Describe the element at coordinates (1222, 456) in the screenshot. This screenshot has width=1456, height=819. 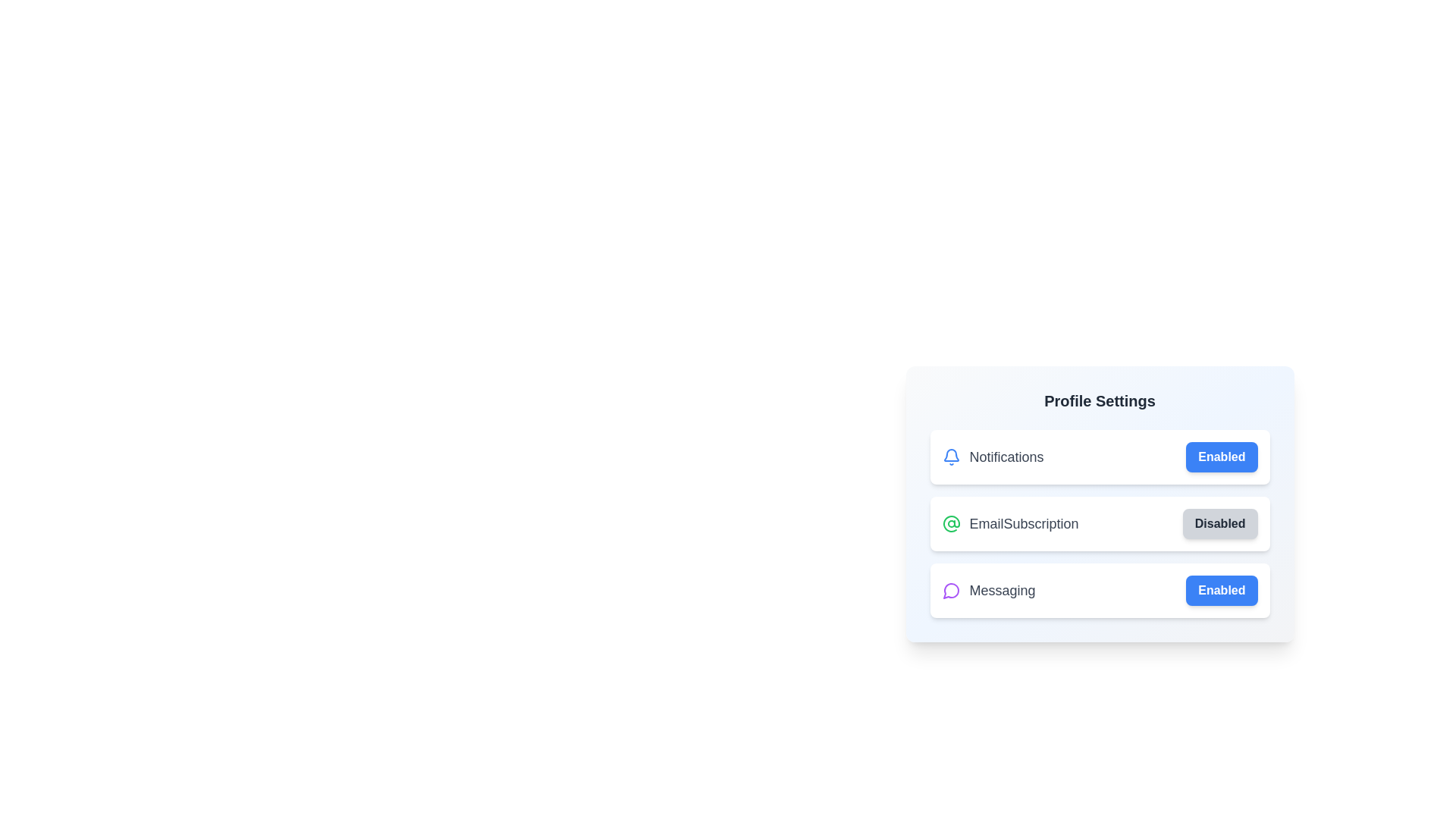
I see `the 'Enabled' button for Notifications to observe its hover effect` at that location.